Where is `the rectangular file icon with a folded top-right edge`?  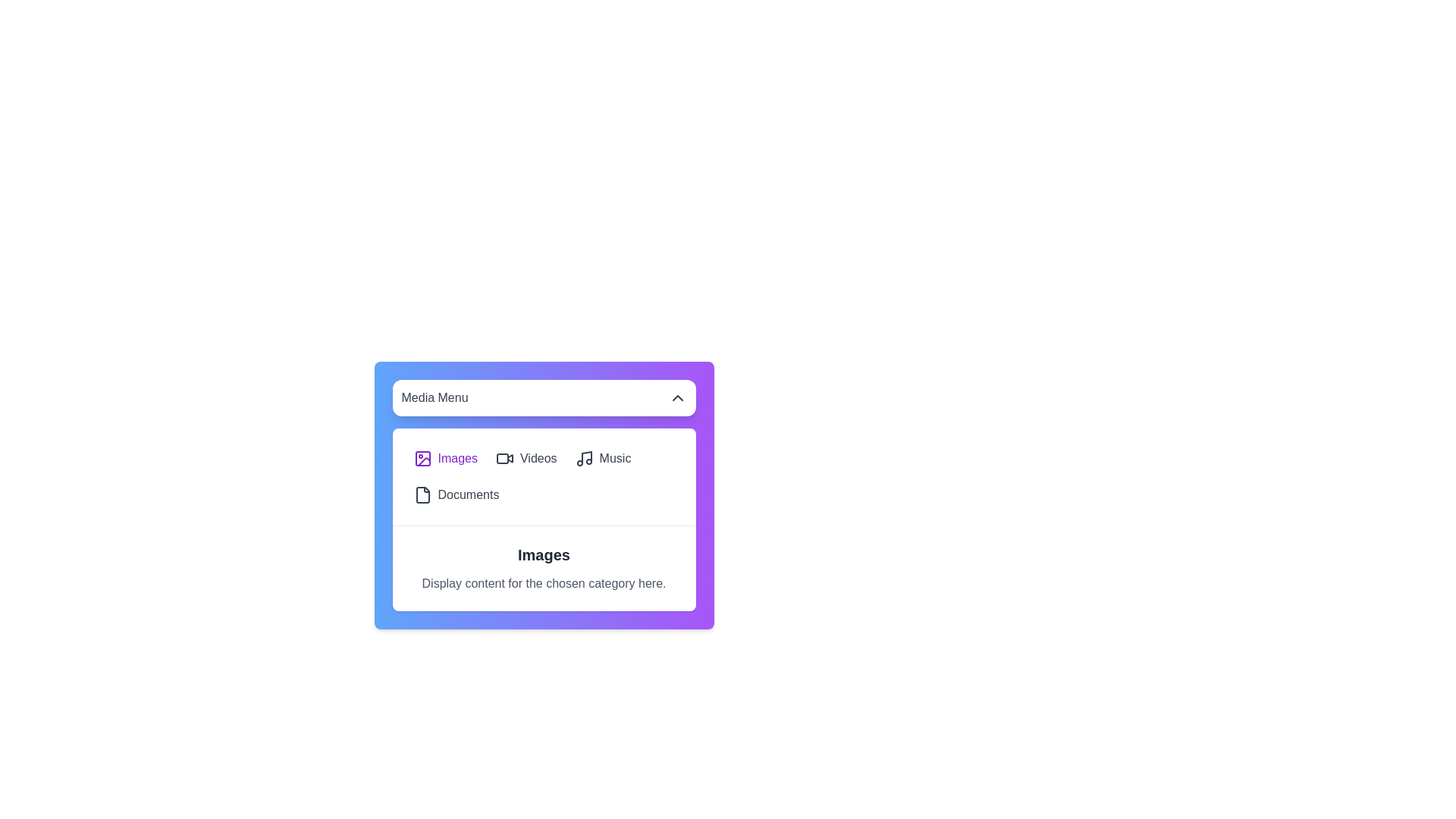
the rectangular file icon with a folded top-right edge is located at coordinates (422, 494).